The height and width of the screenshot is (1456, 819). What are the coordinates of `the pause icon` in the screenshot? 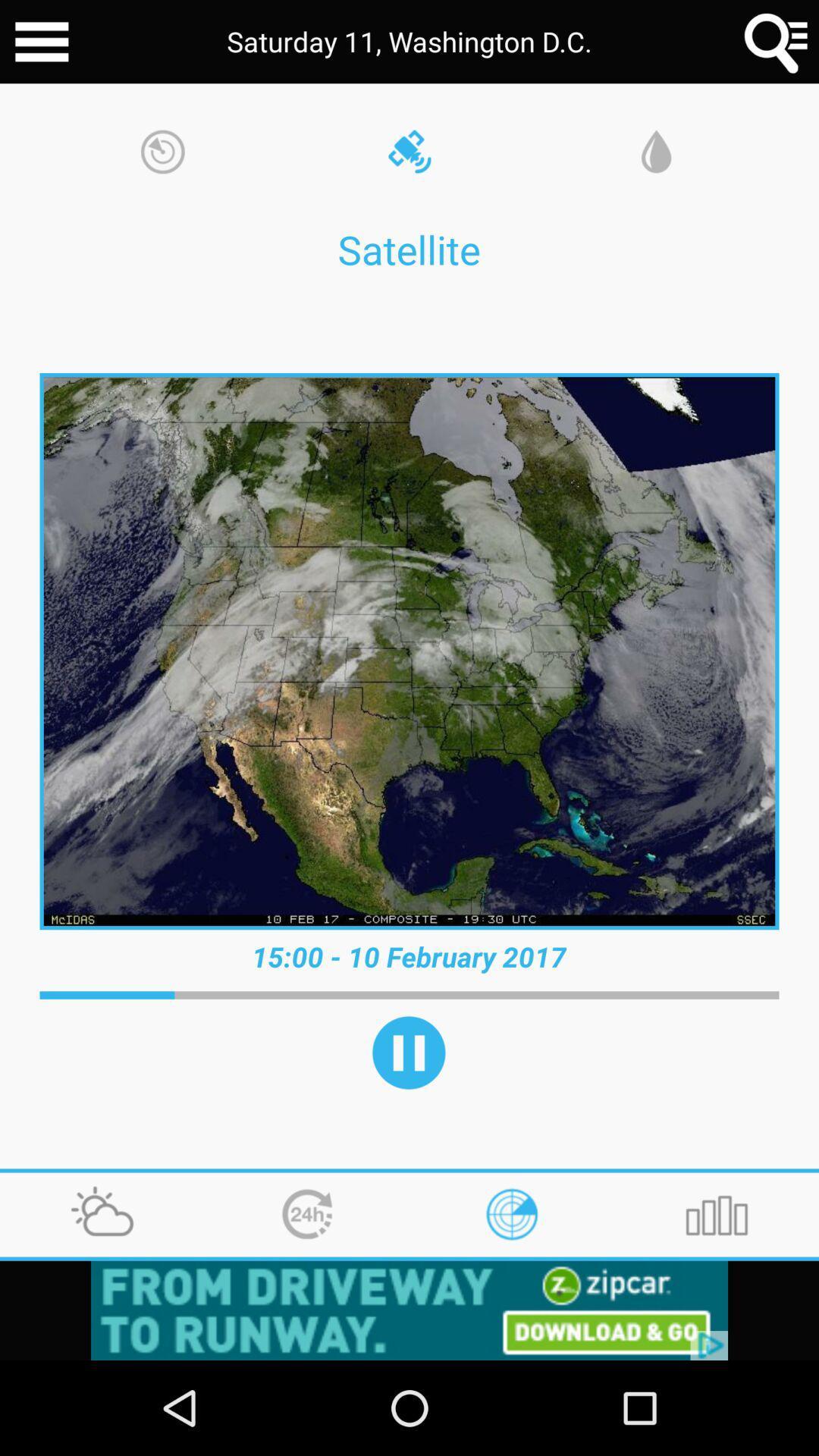 It's located at (408, 1127).